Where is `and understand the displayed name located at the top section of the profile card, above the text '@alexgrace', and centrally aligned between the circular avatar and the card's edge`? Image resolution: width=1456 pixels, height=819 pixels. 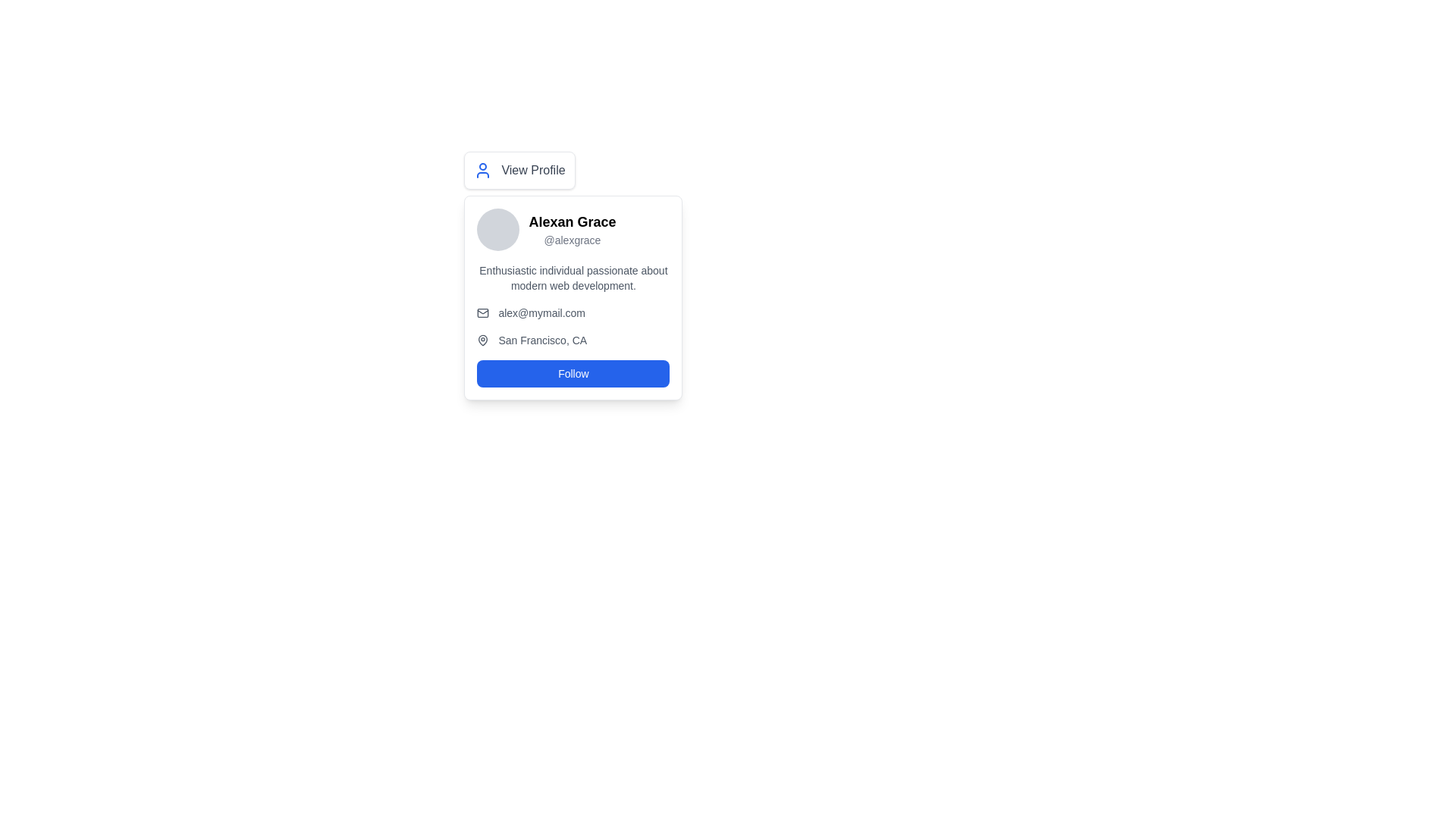
and understand the displayed name located at the top section of the profile card, above the text '@alexgrace', and centrally aligned between the circular avatar and the card's edge is located at coordinates (571, 222).